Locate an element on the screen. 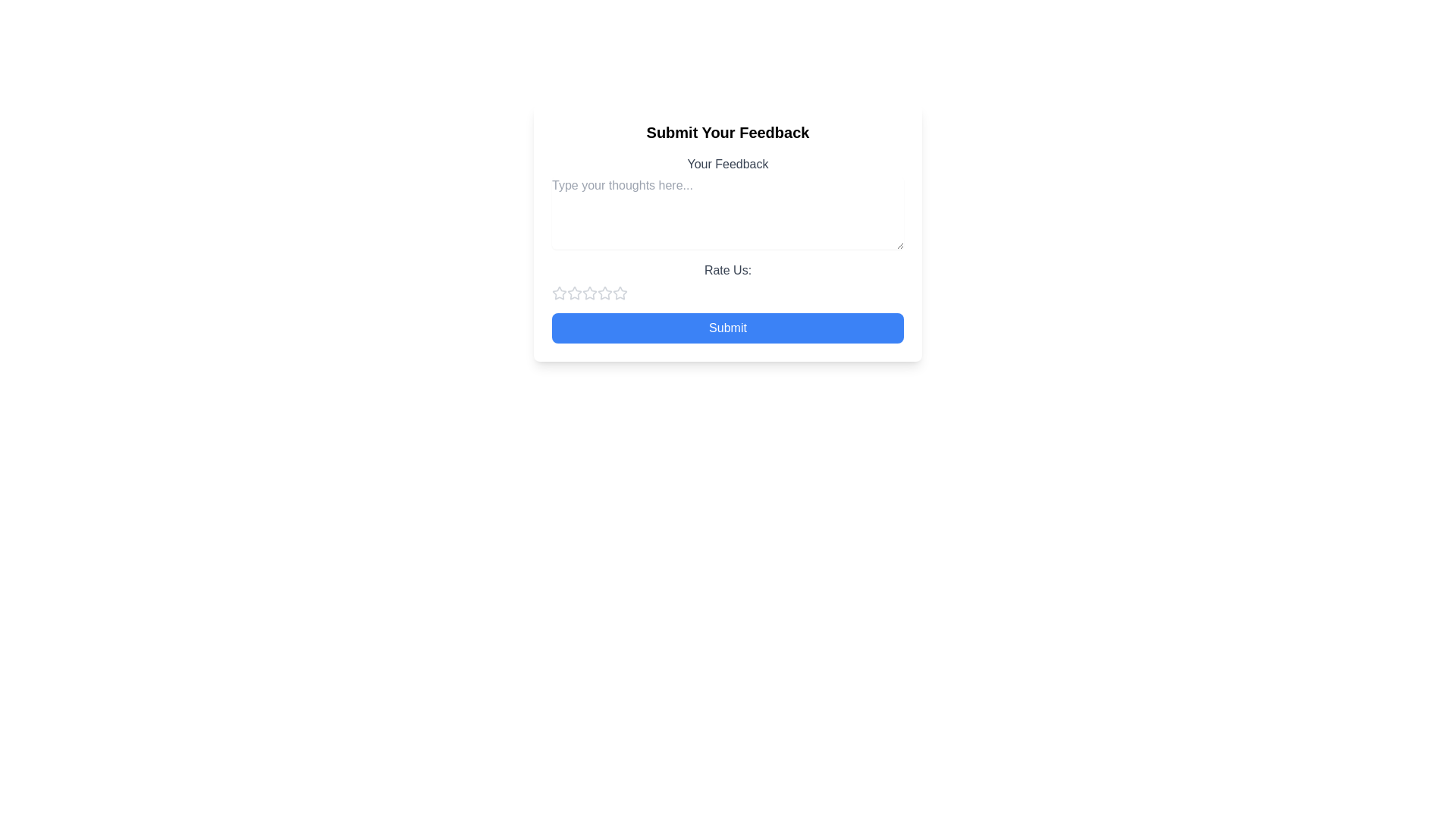 This screenshot has width=1456, height=819. the static text label that prompts users to rate their experience, located above the row of star icons in the feedback submission form is located at coordinates (728, 269).